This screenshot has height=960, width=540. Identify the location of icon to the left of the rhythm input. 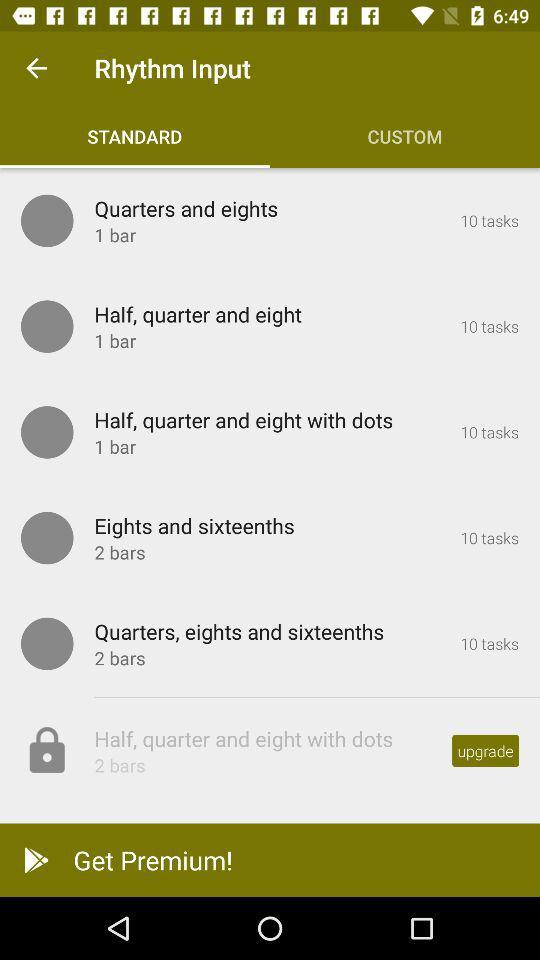
(36, 68).